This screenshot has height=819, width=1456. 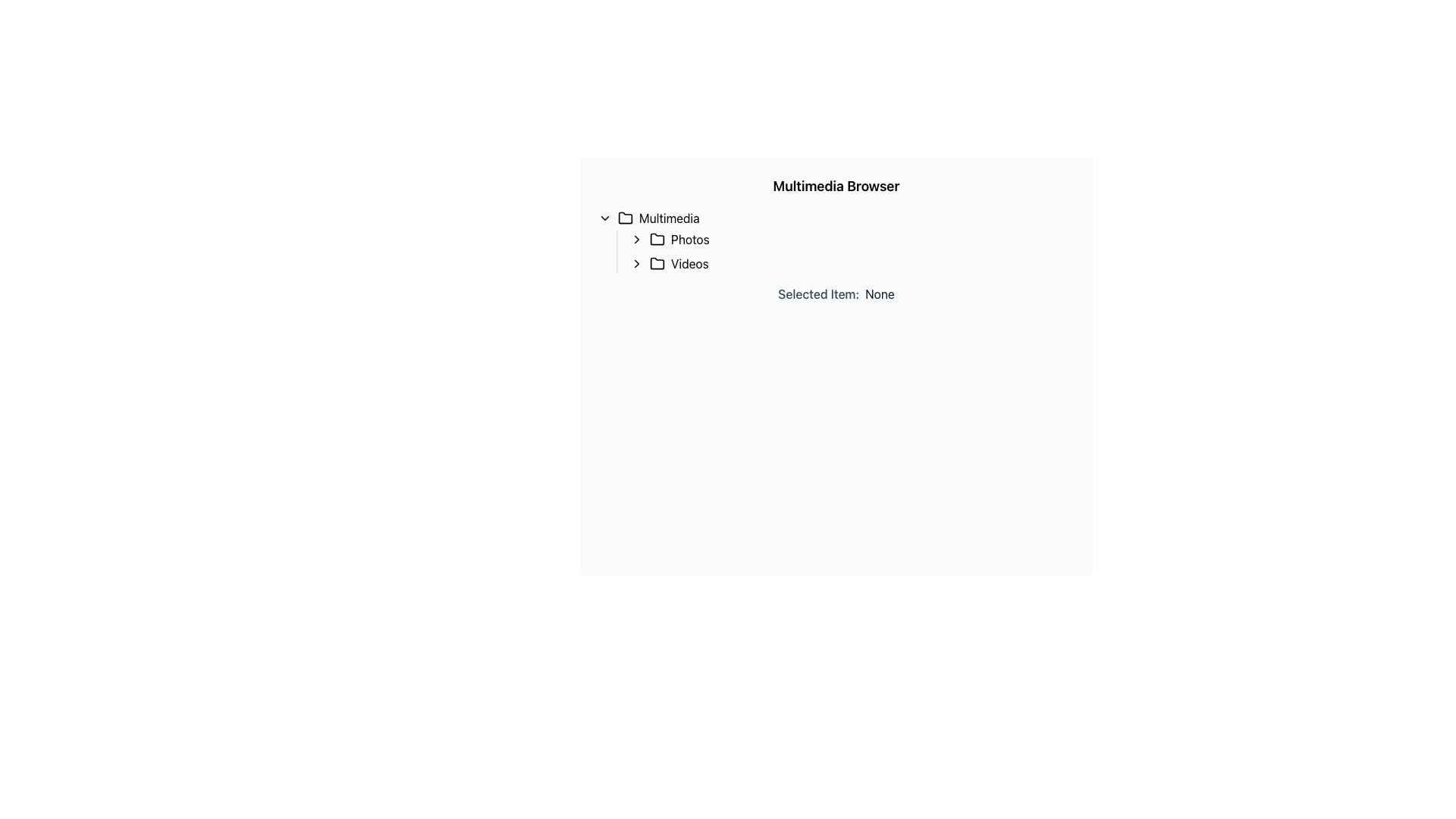 I want to click on the bold text label reading 'Multimedia Browser', which is positioned at the top of the section above the hierarchical navigation menu, so click(x=836, y=186).